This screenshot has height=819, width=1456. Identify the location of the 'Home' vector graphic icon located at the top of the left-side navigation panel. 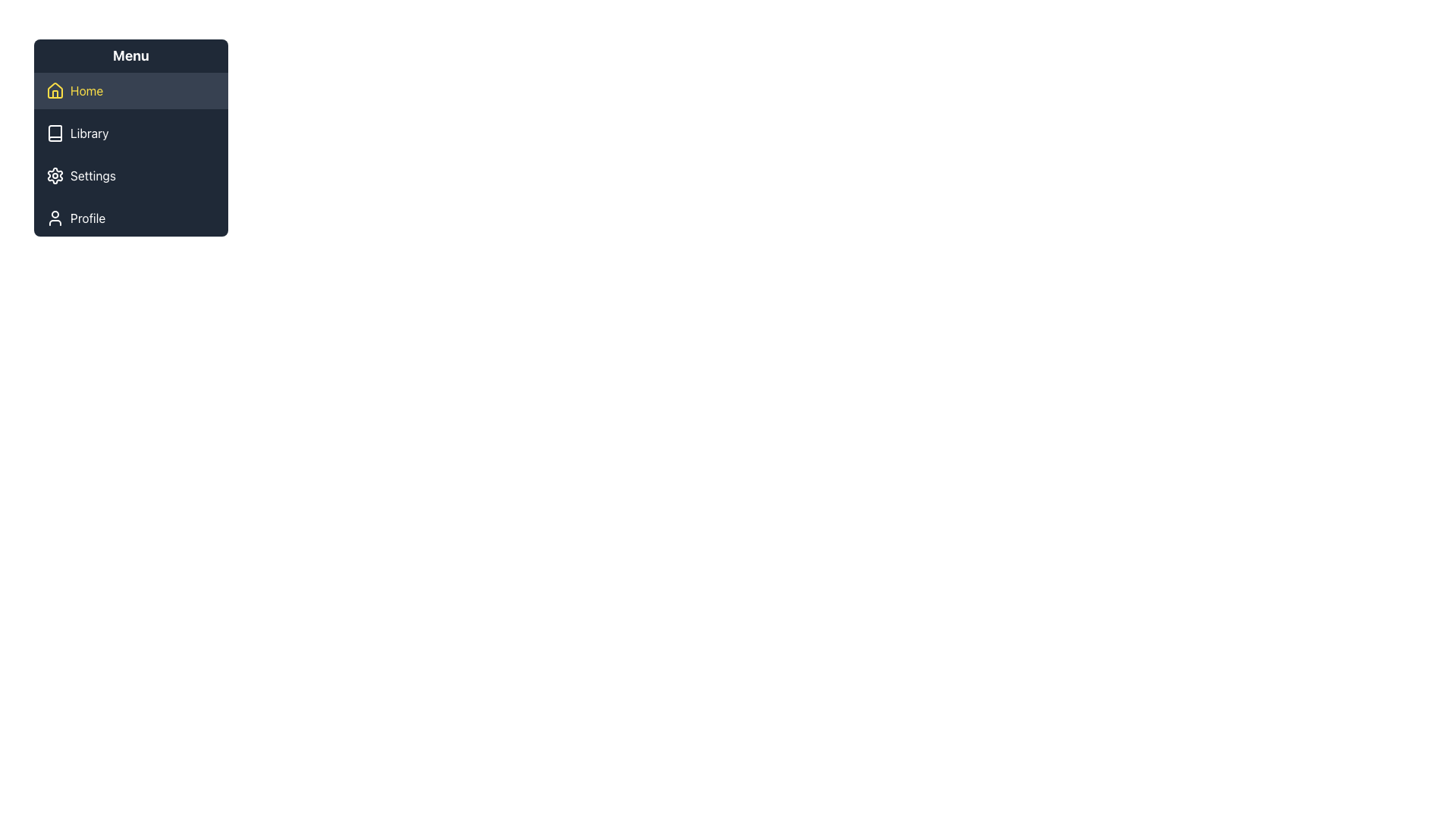
(55, 90).